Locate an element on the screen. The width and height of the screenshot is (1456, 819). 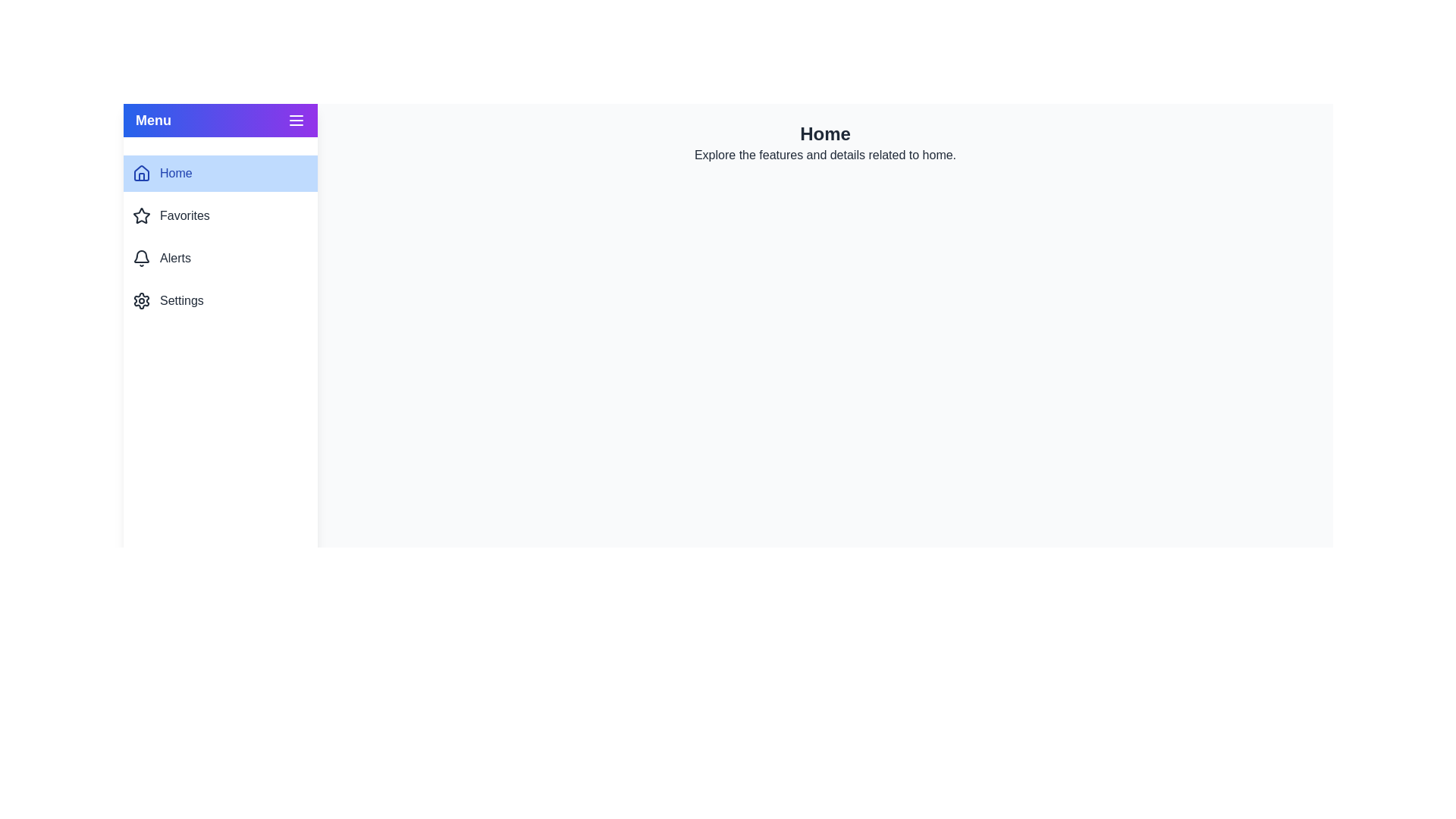
the static text label 'Menu' located in the top left header area of the application, which has a gradient purple to blue background is located at coordinates (153, 119).